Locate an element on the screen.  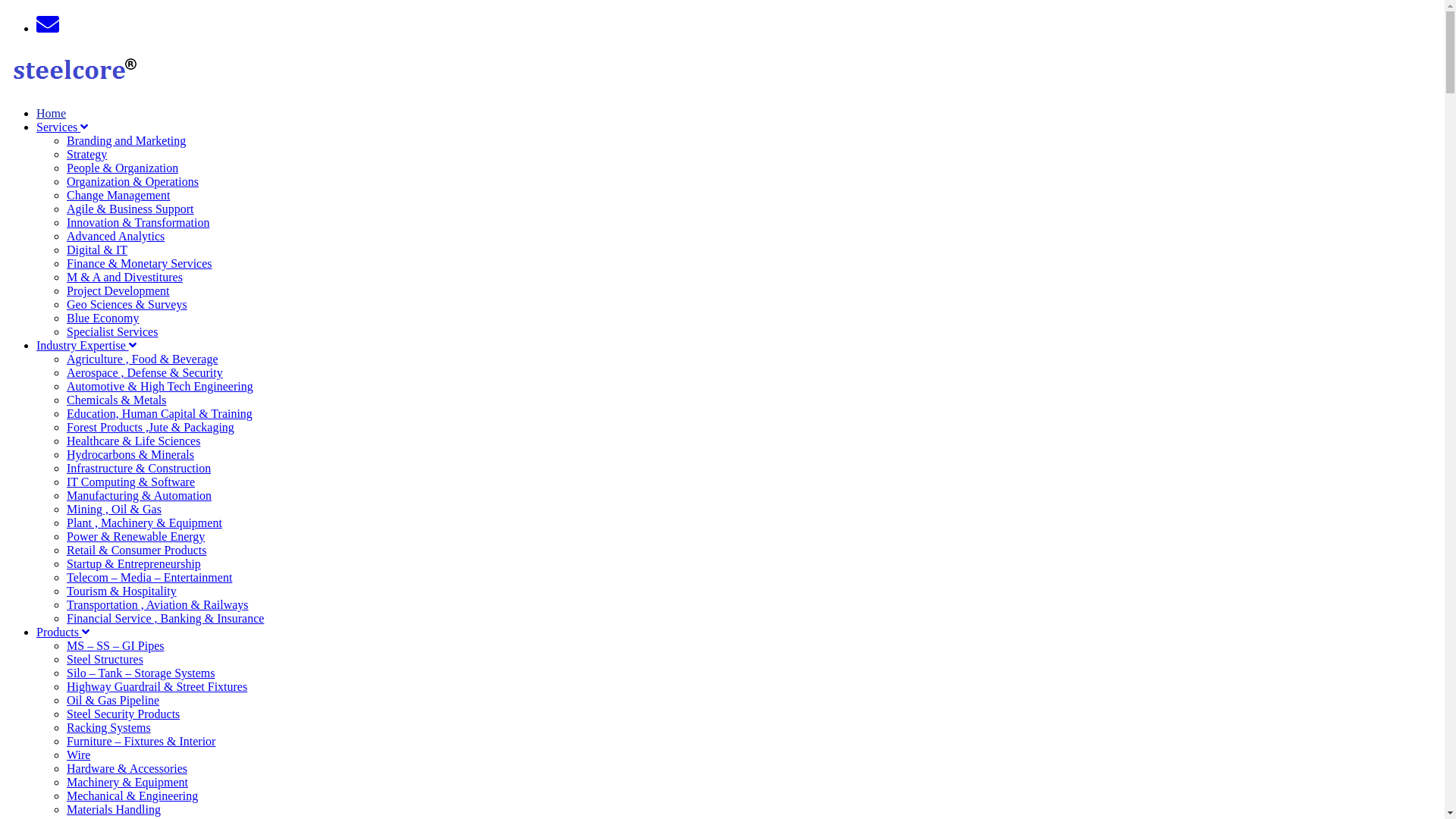
'Products' is located at coordinates (61, 632).